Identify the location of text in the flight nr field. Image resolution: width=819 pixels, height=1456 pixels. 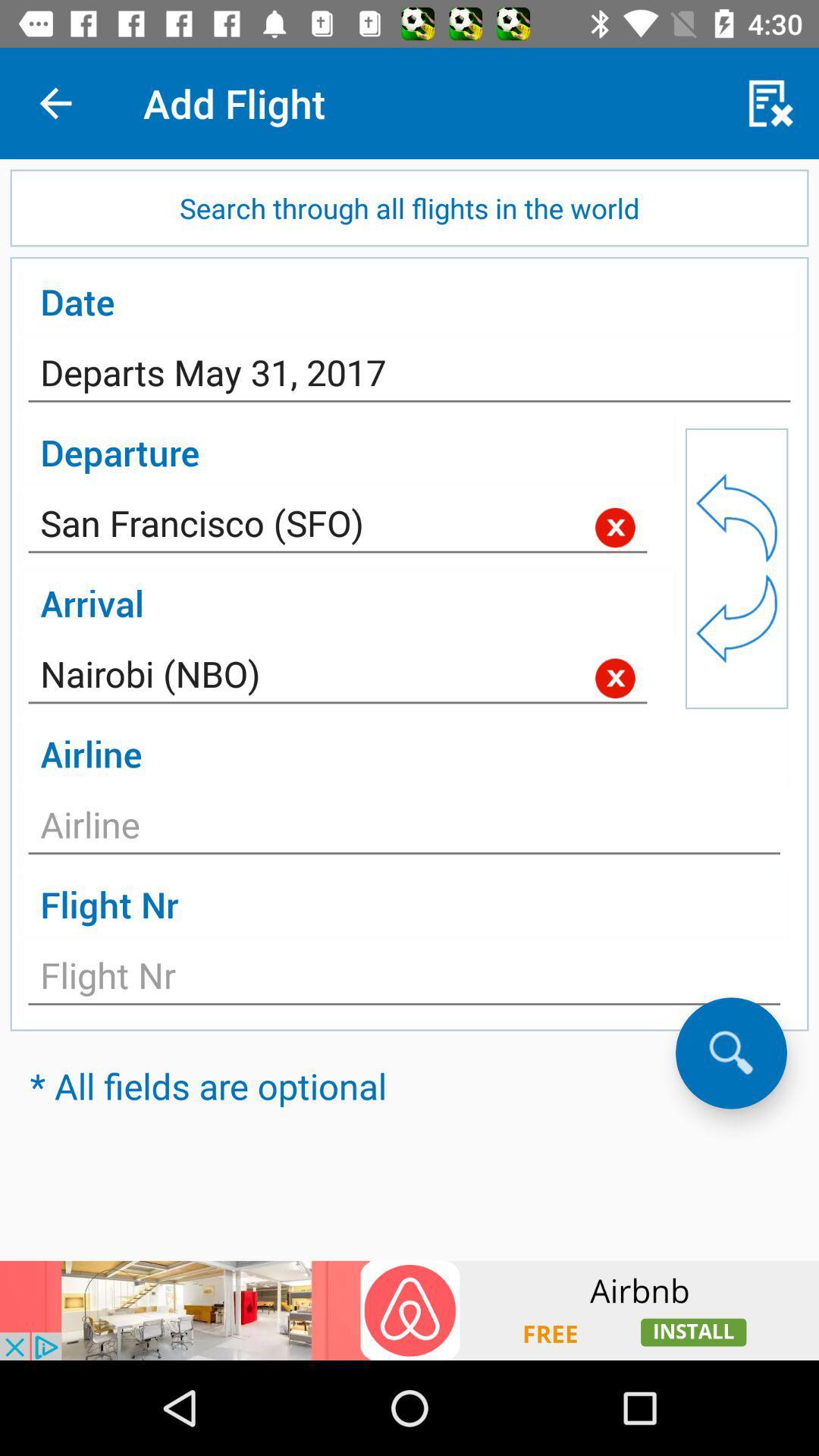
(403, 980).